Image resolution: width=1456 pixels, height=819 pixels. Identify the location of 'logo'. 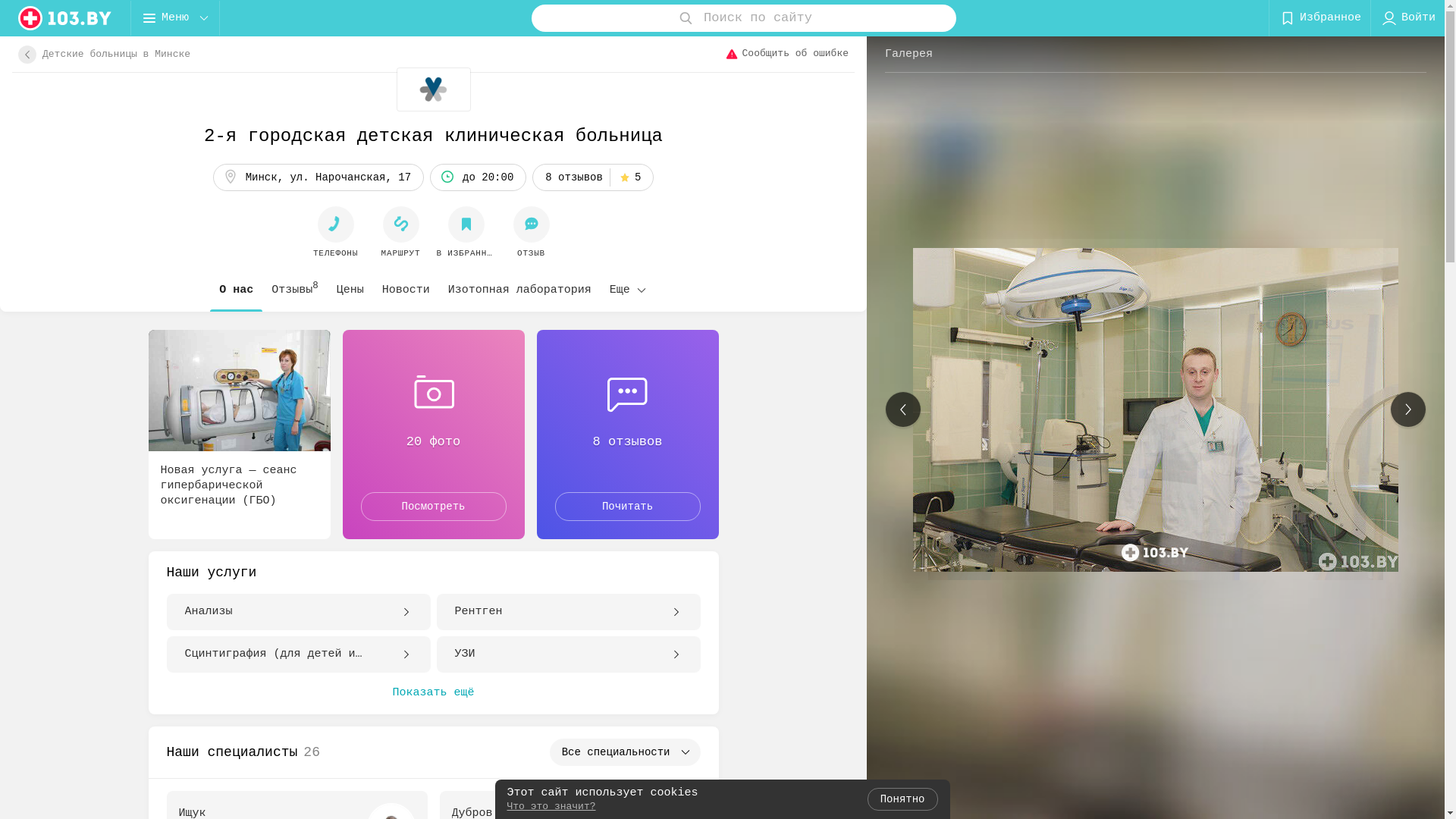
(18, 17).